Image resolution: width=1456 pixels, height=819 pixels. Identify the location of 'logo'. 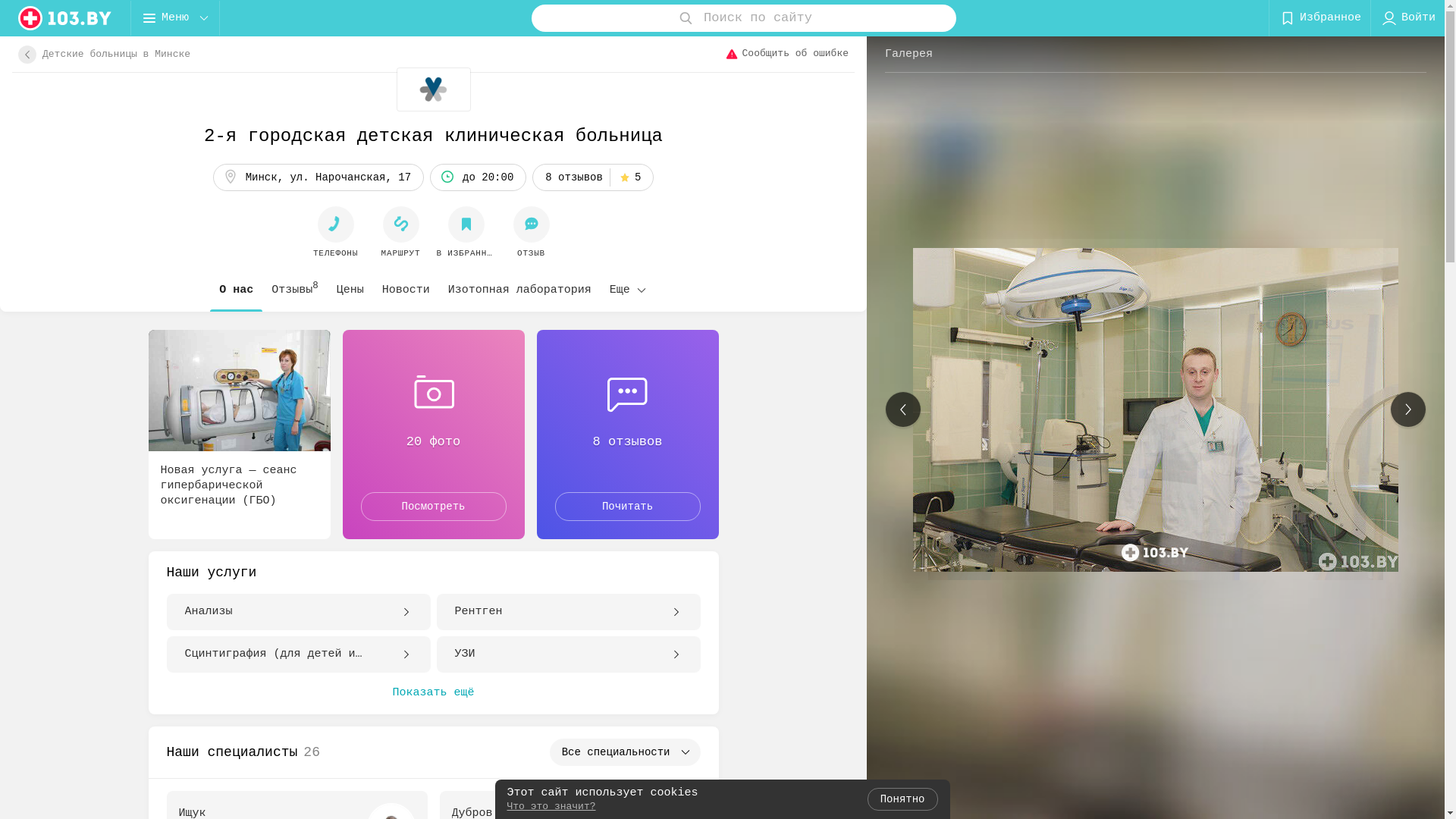
(18, 17).